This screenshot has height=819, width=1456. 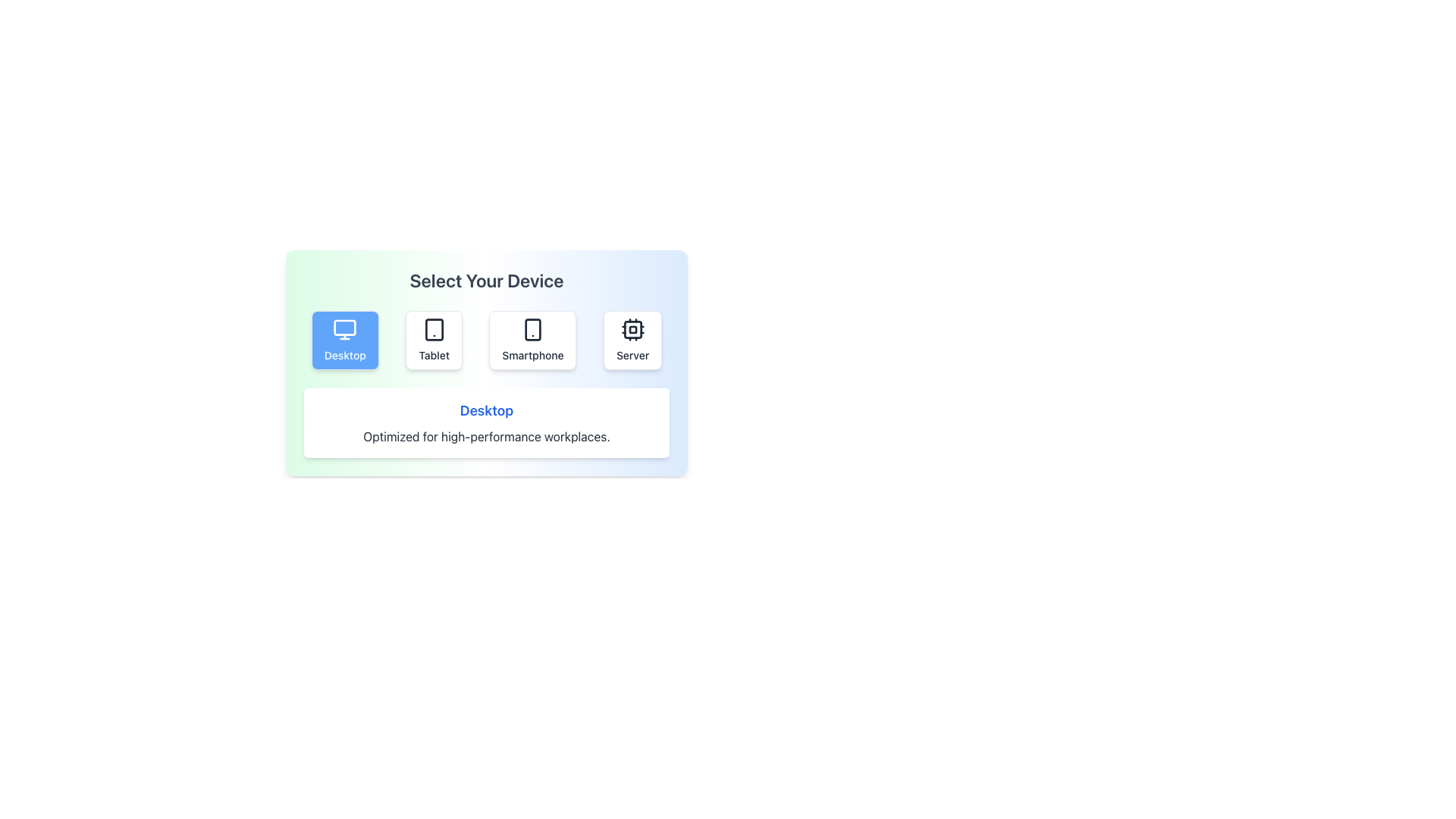 What do you see at coordinates (532, 329) in the screenshot?
I see `the smartphone icon component which visually represents the body of the smartphone in the selection interface` at bounding box center [532, 329].